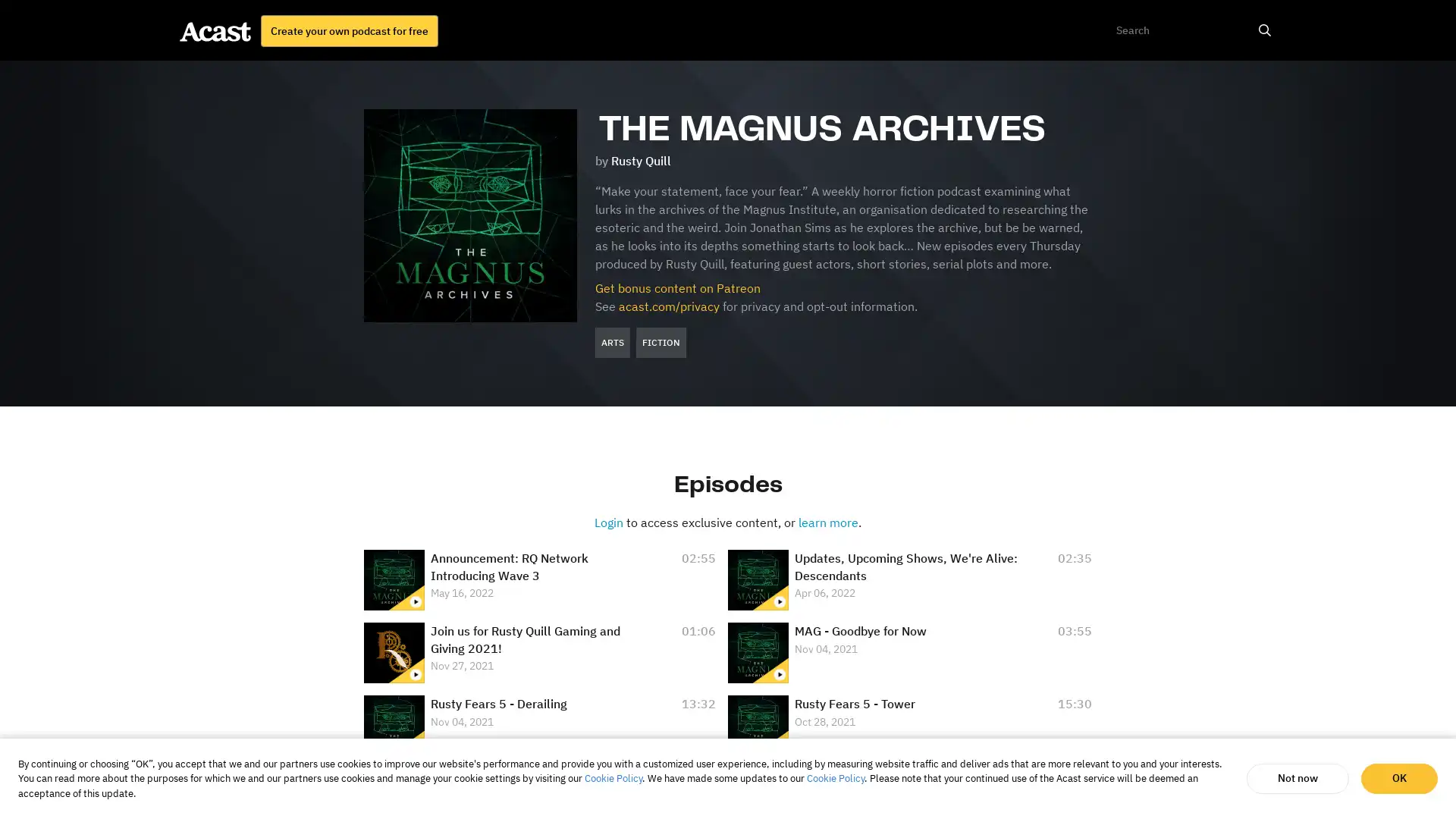 This screenshot has width=1456, height=819. What do you see at coordinates (1398, 778) in the screenshot?
I see `OK` at bounding box center [1398, 778].